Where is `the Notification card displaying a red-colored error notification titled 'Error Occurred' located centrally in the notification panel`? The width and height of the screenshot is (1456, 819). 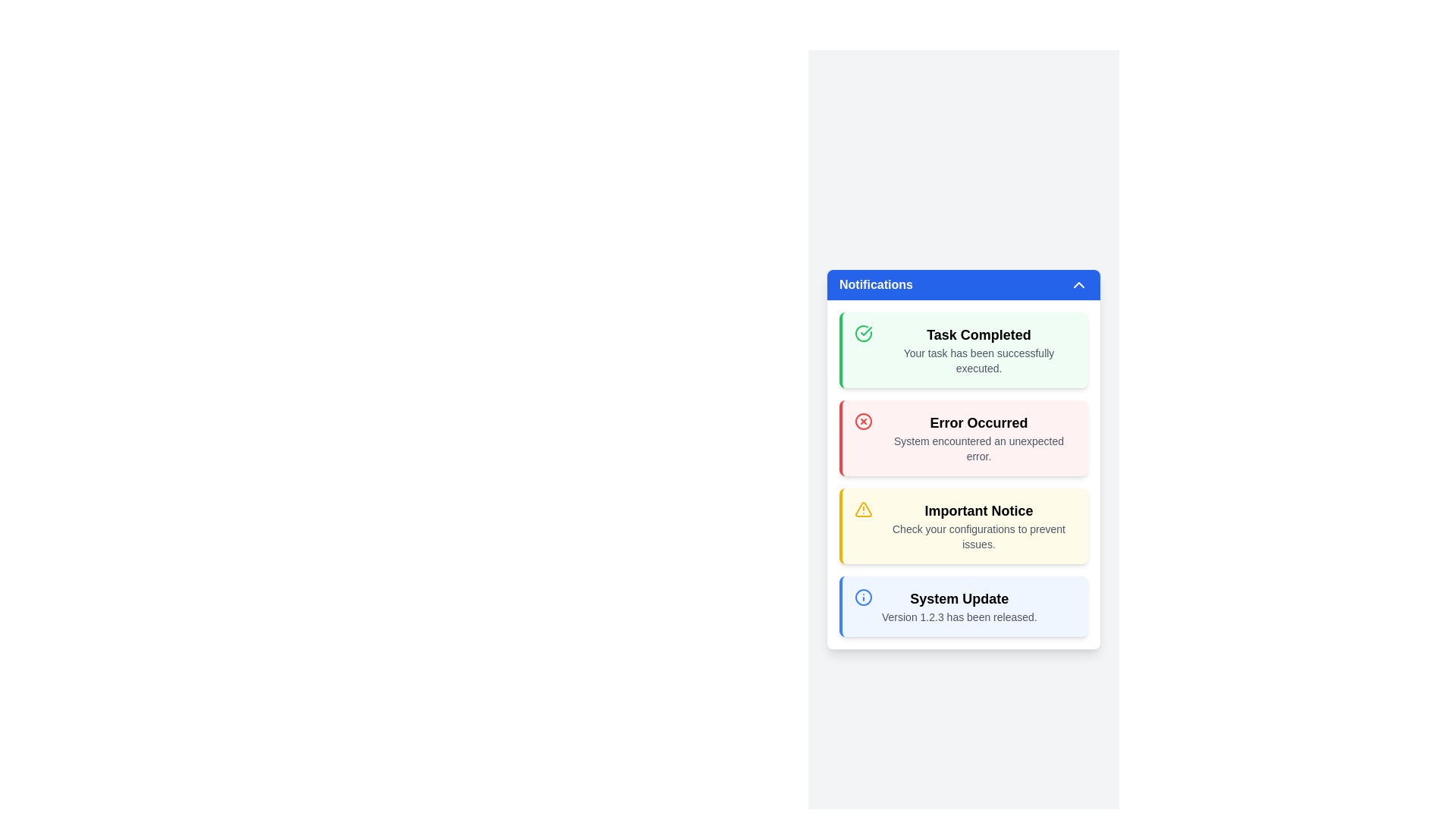 the Notification card displaying a red-colored error notification titled 'Error Occurred' located centrally in the notification panel is located at coordinates (963, 473).